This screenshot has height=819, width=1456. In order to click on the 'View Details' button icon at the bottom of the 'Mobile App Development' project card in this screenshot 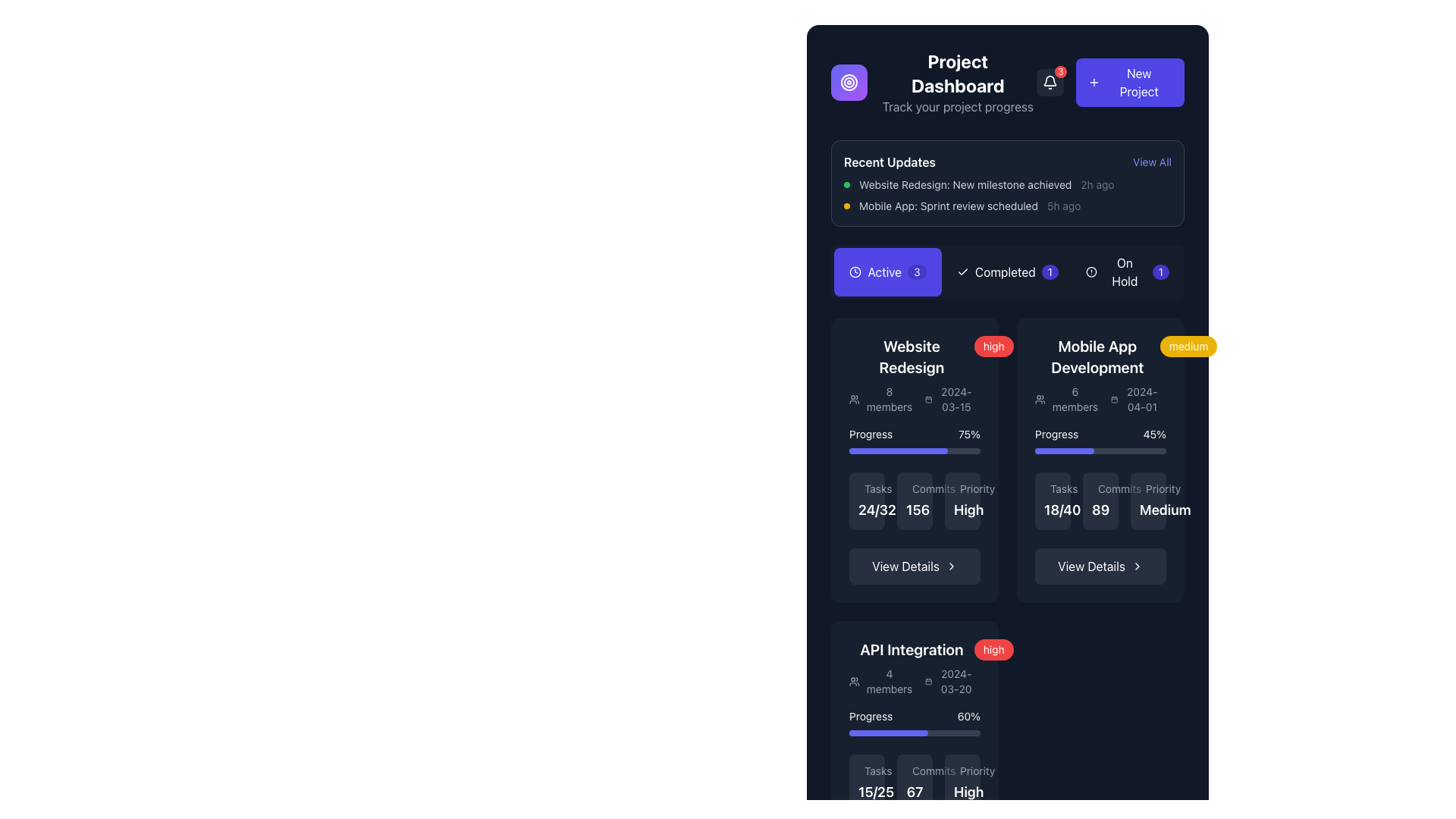, I will do `click(1137, 566)`.